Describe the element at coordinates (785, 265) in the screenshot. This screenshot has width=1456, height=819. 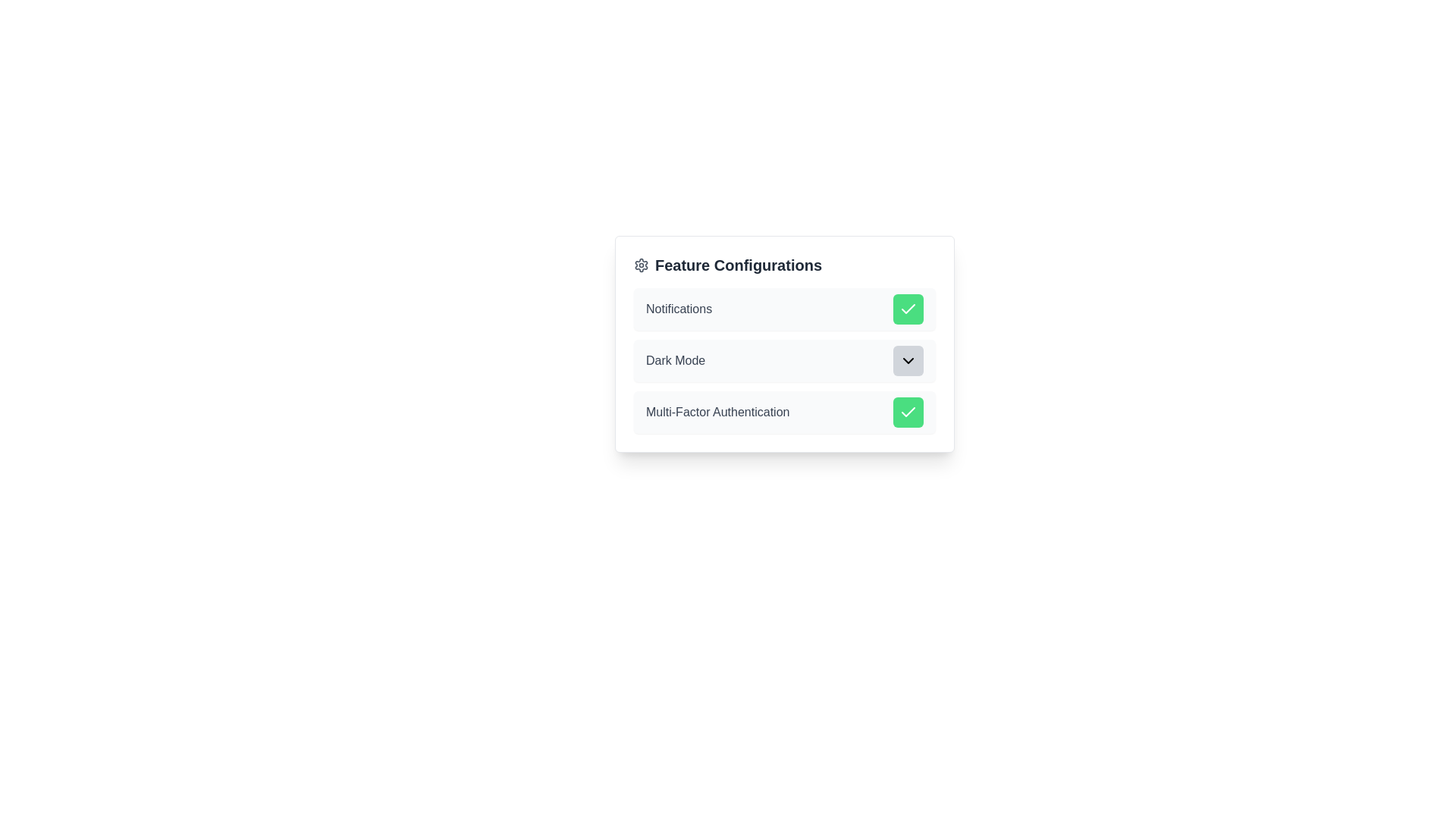
I see `the header element of the configuration section, which is located at the top of a white card with rounded corners and a shadow effect, above options like 'Notifications', 'Dark Mode', and 'Multi-Factor Authentication'` at that location.